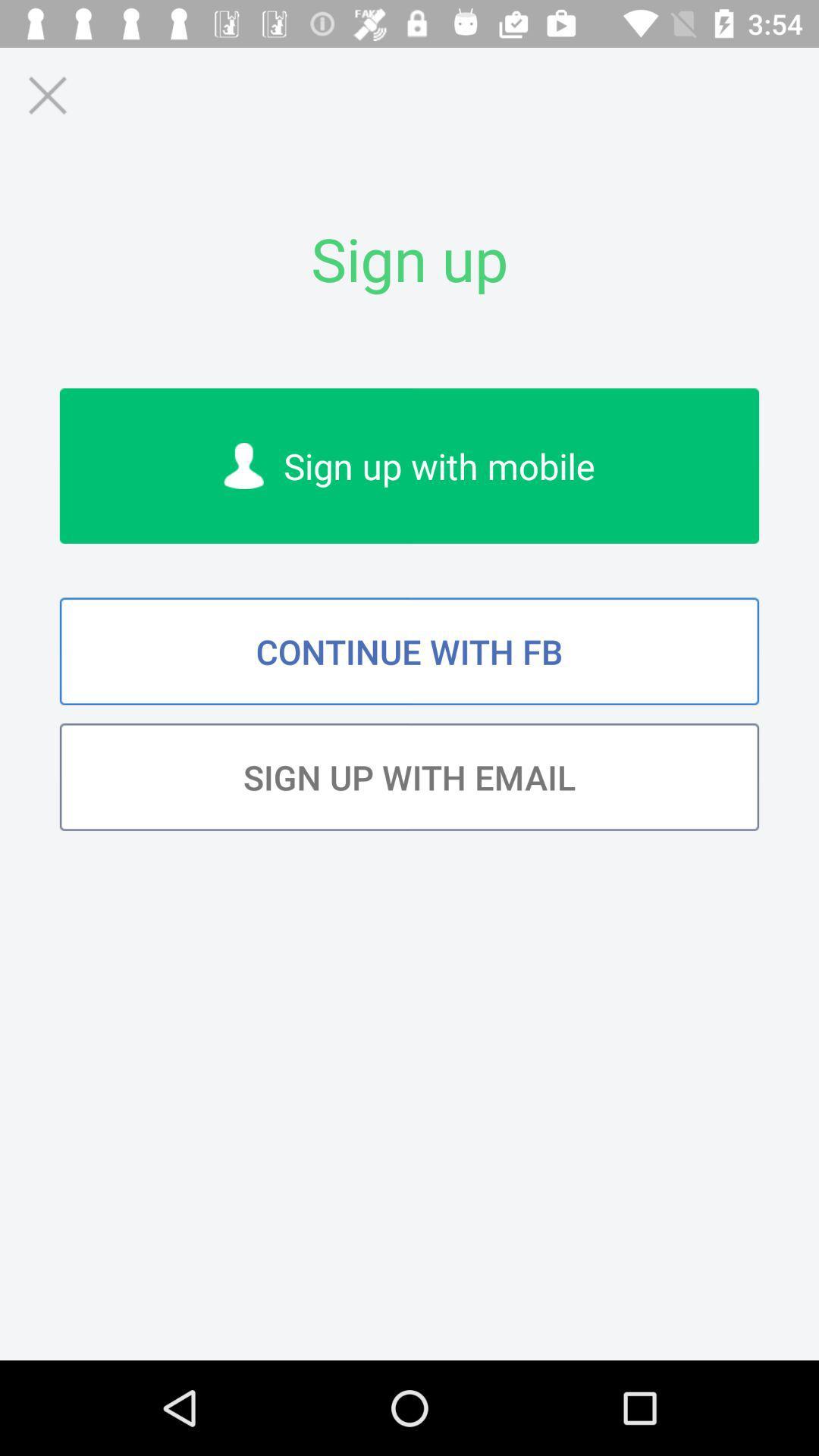  Describe the element at coordinates (409, 651) in the screenshot. I see `icon below the sign up with icon` at that location.